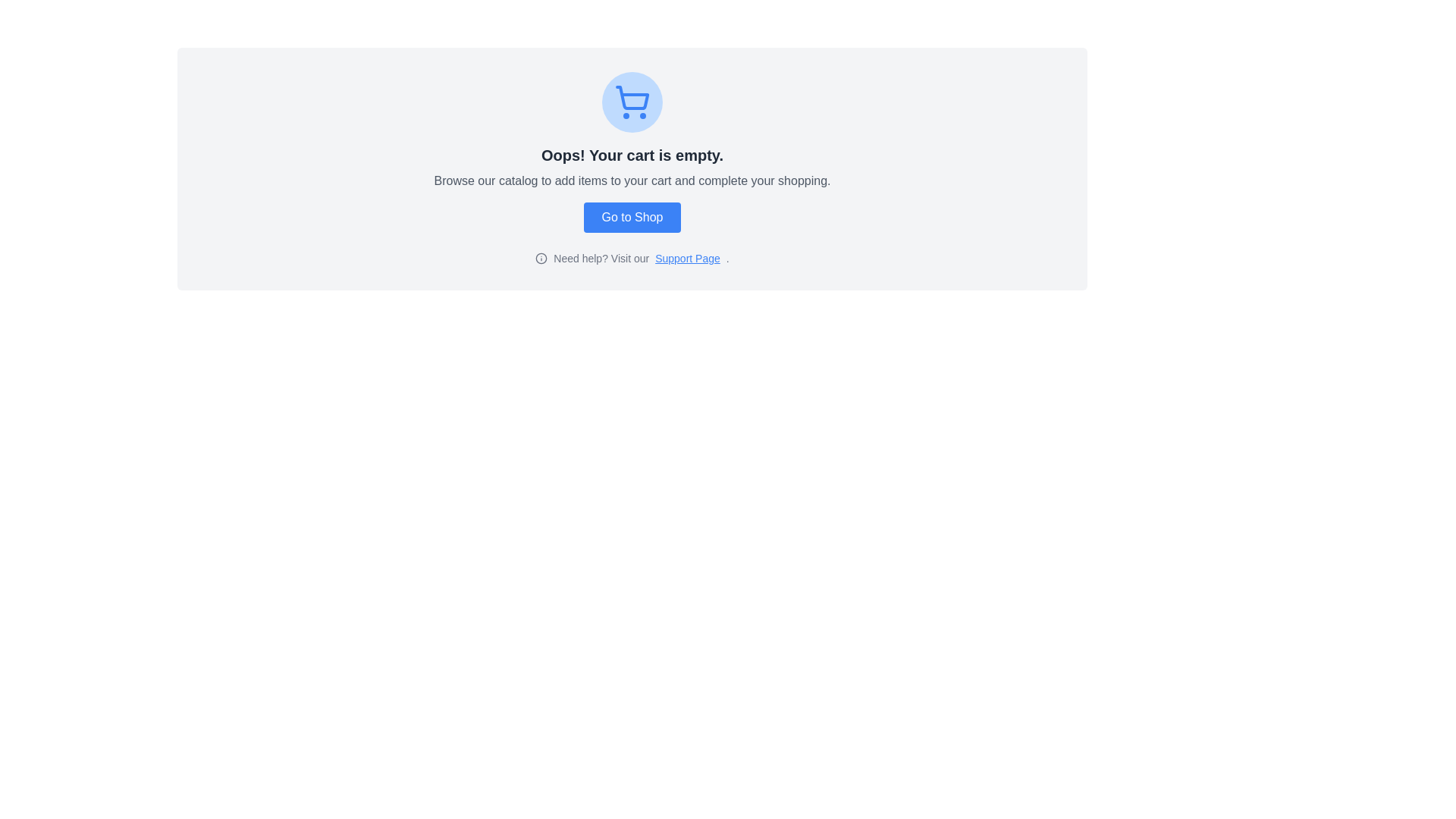 This screenshot has width=1456, height=819. What do you see at coordinates (632, 180) in the screenshot?
I see `the informative Text Label that prompts users to browse the catalog, positioned below the title 'Oops! Your cart is empty.' and above the 'Go to Shop' button` at bounding box center [632, 180].